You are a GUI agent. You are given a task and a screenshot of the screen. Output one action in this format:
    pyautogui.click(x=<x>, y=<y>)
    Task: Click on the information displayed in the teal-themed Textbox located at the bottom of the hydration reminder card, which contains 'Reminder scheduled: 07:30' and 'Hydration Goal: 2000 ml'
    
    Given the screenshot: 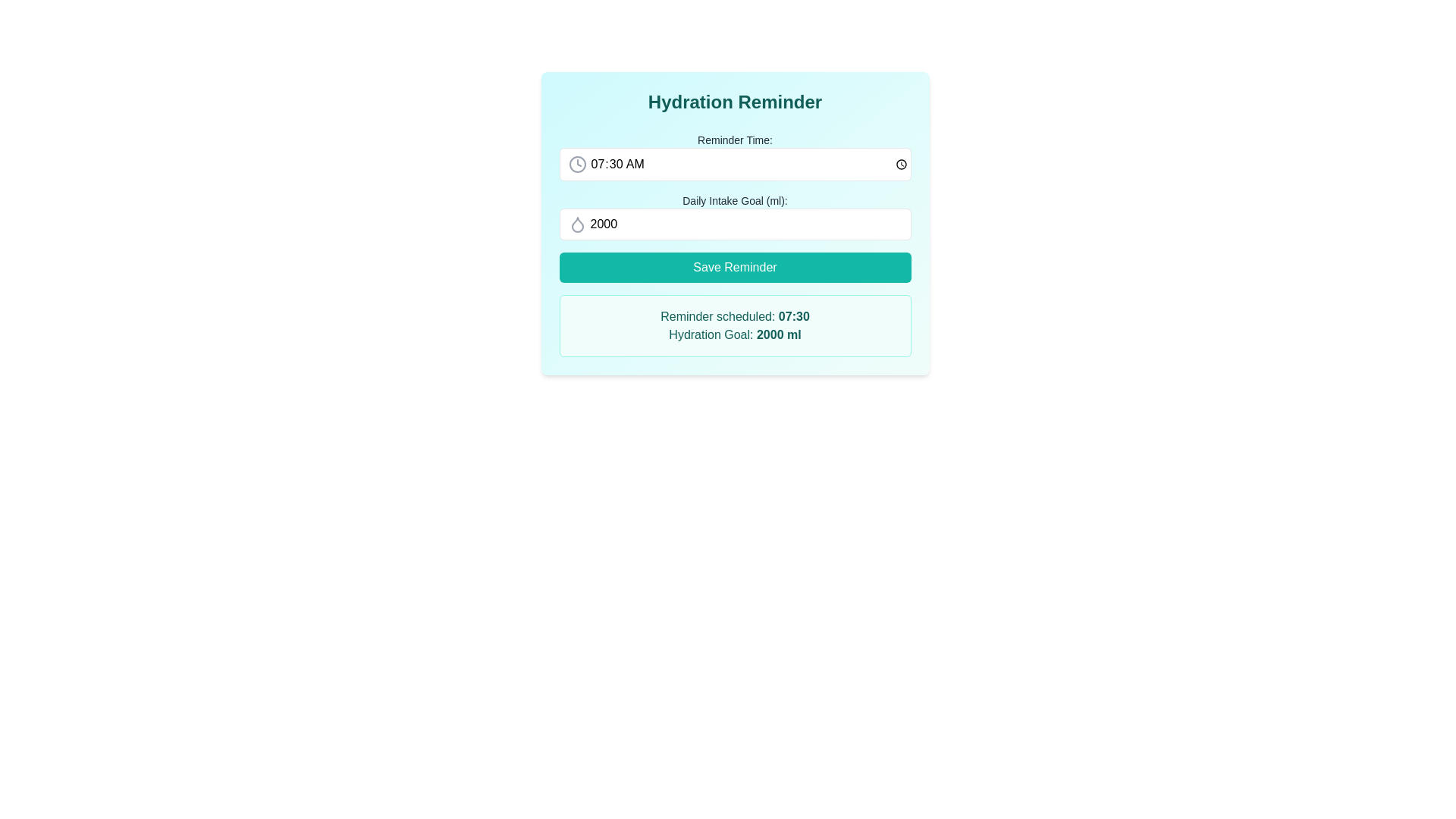 What is the action you would take?
    pyautogui.click(x=735, y=325)
    